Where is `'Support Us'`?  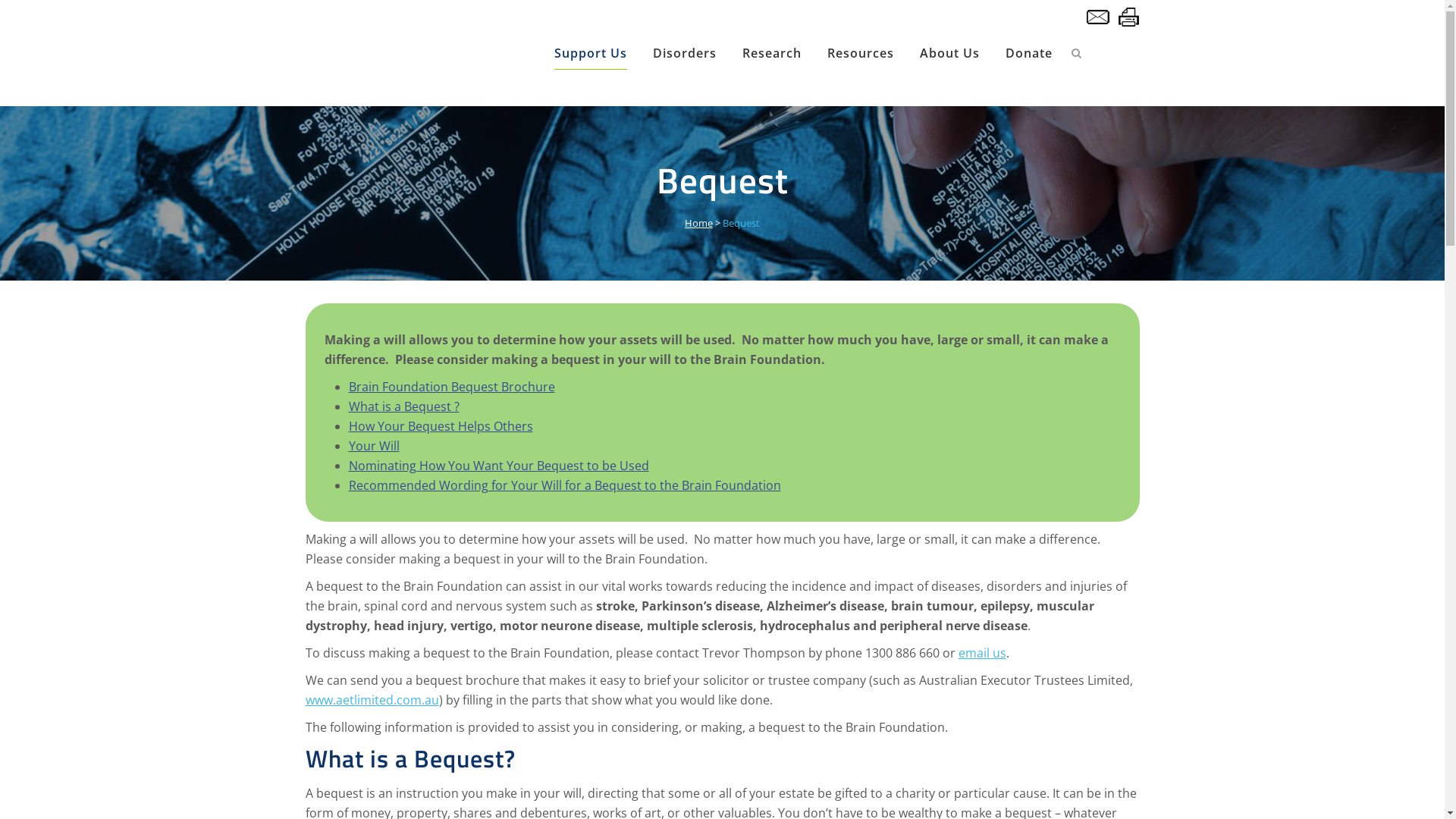
'Support Us' is located at coordinates (589, 52).